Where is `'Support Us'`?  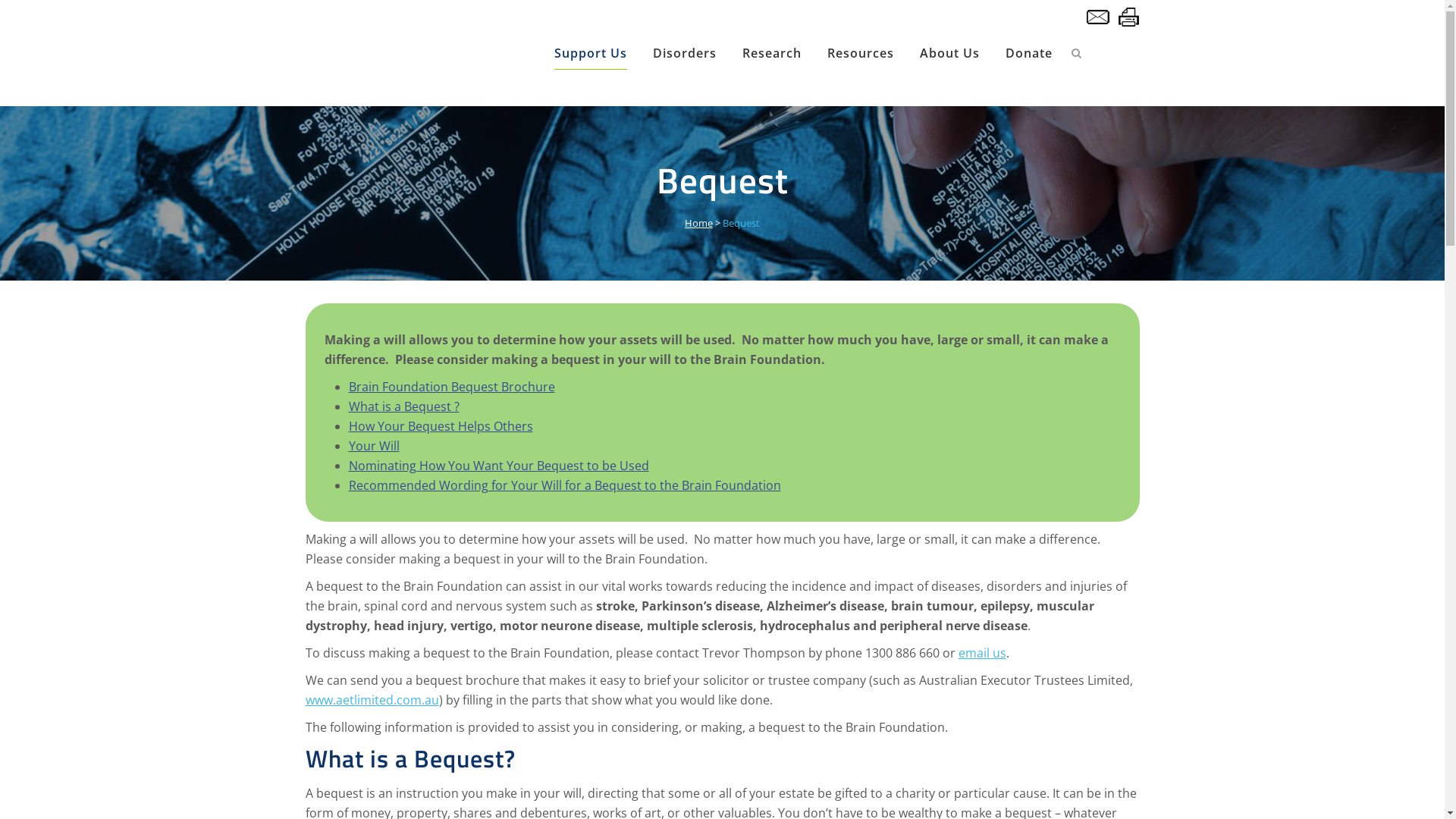
'Support Us' is located at coordinates (589, 52).